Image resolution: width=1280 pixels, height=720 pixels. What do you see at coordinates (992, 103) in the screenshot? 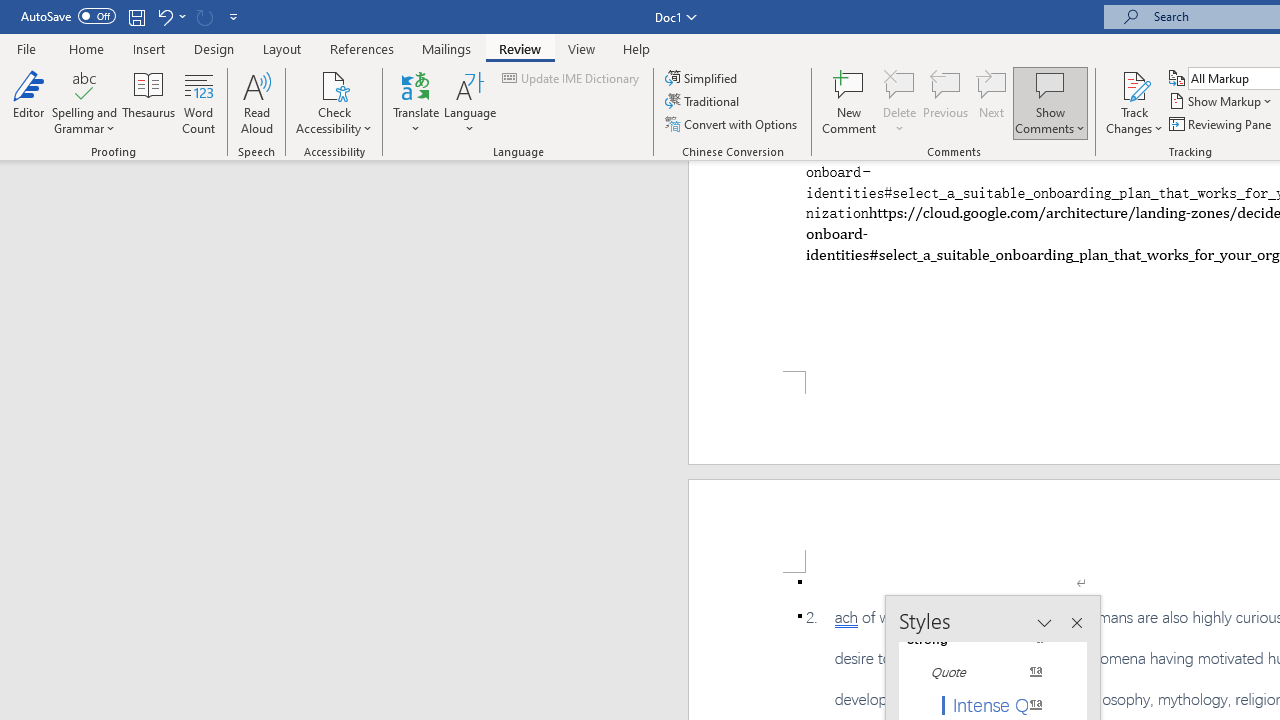
I see `'Next'` at bounding box center [992, 103].